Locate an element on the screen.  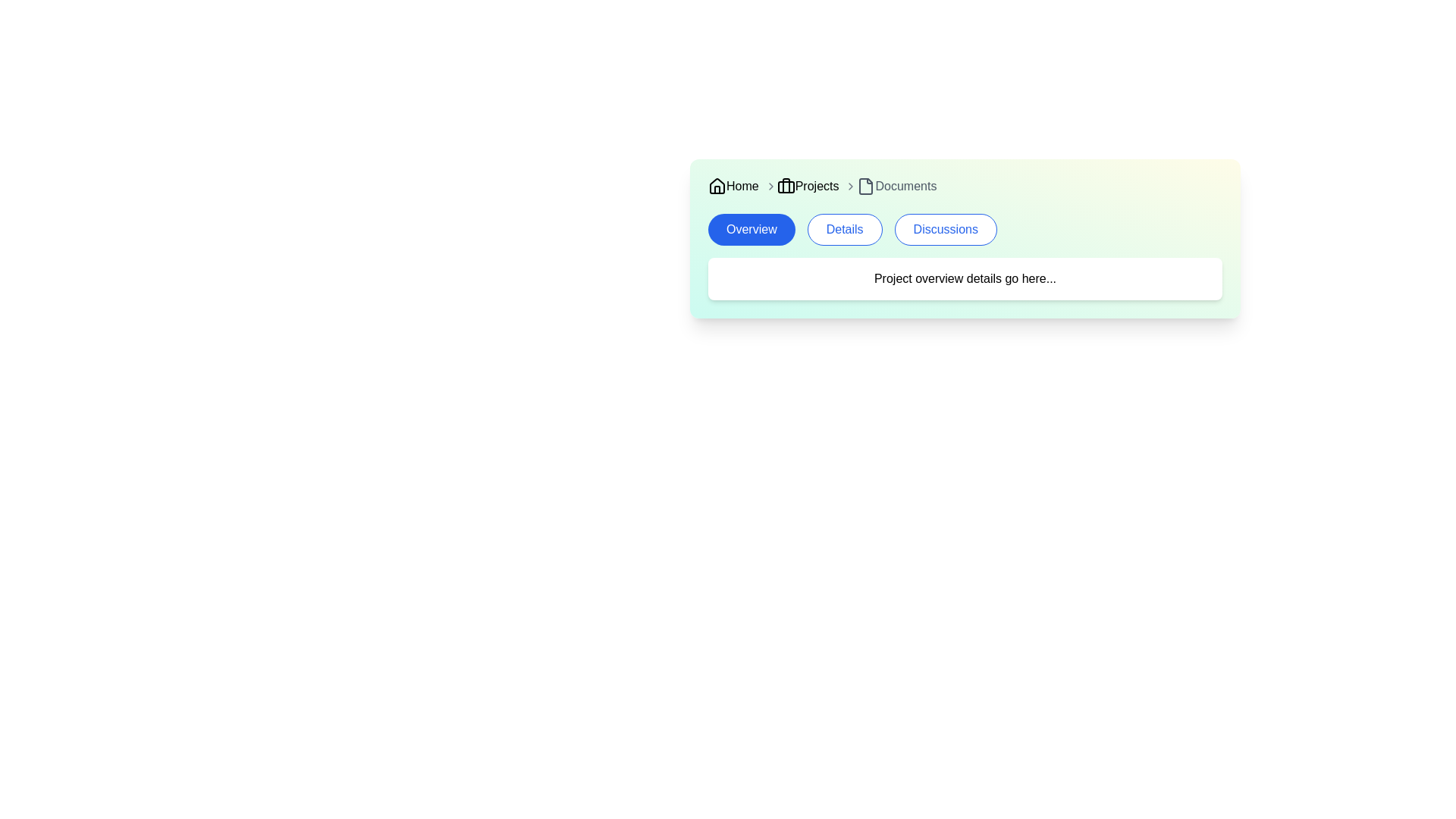
the tab buttons within the section that has a gradient background transitioning from teal to yellow to switch views is located at coordinates (964, 239).